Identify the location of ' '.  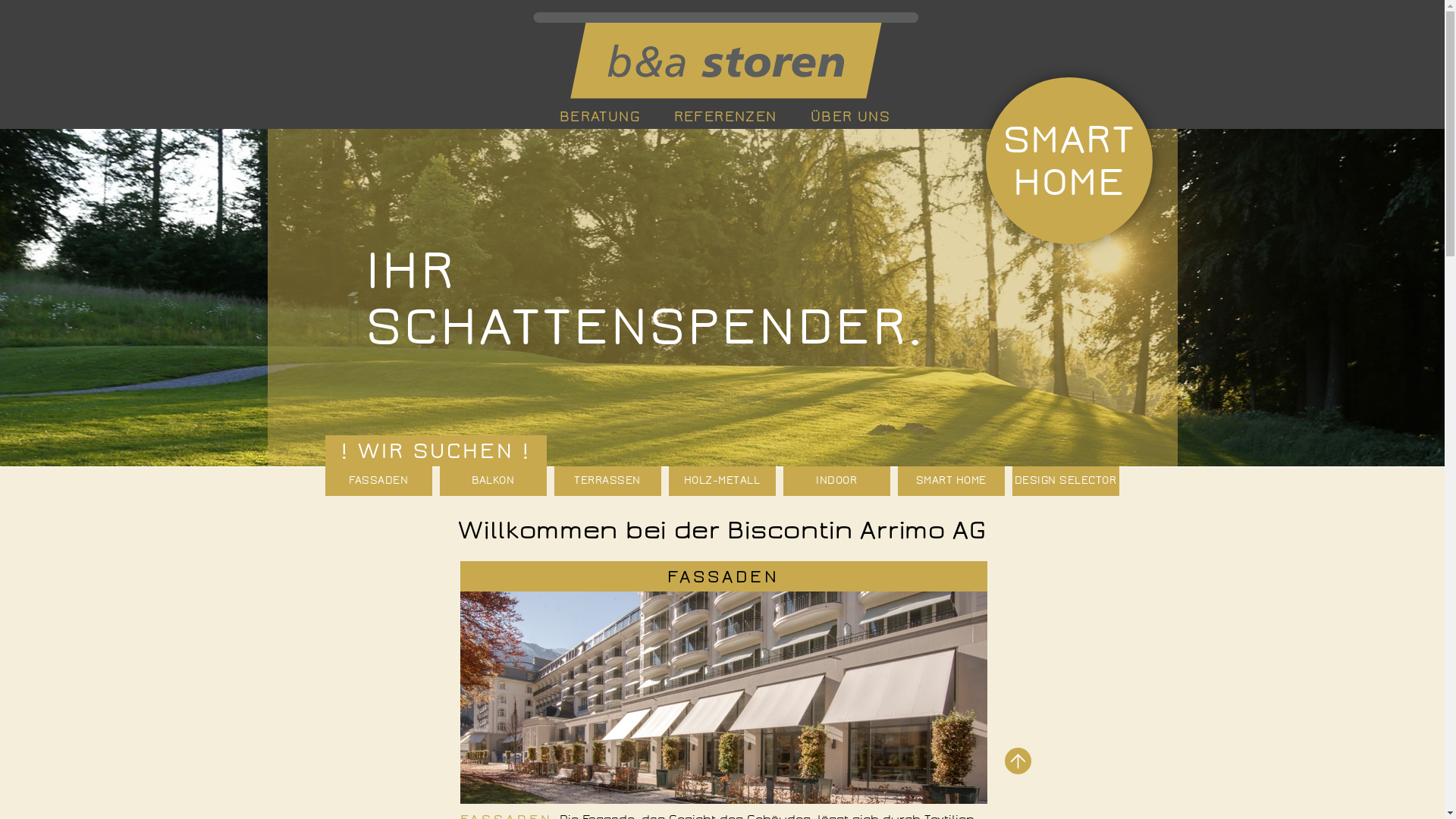
(722, 55).